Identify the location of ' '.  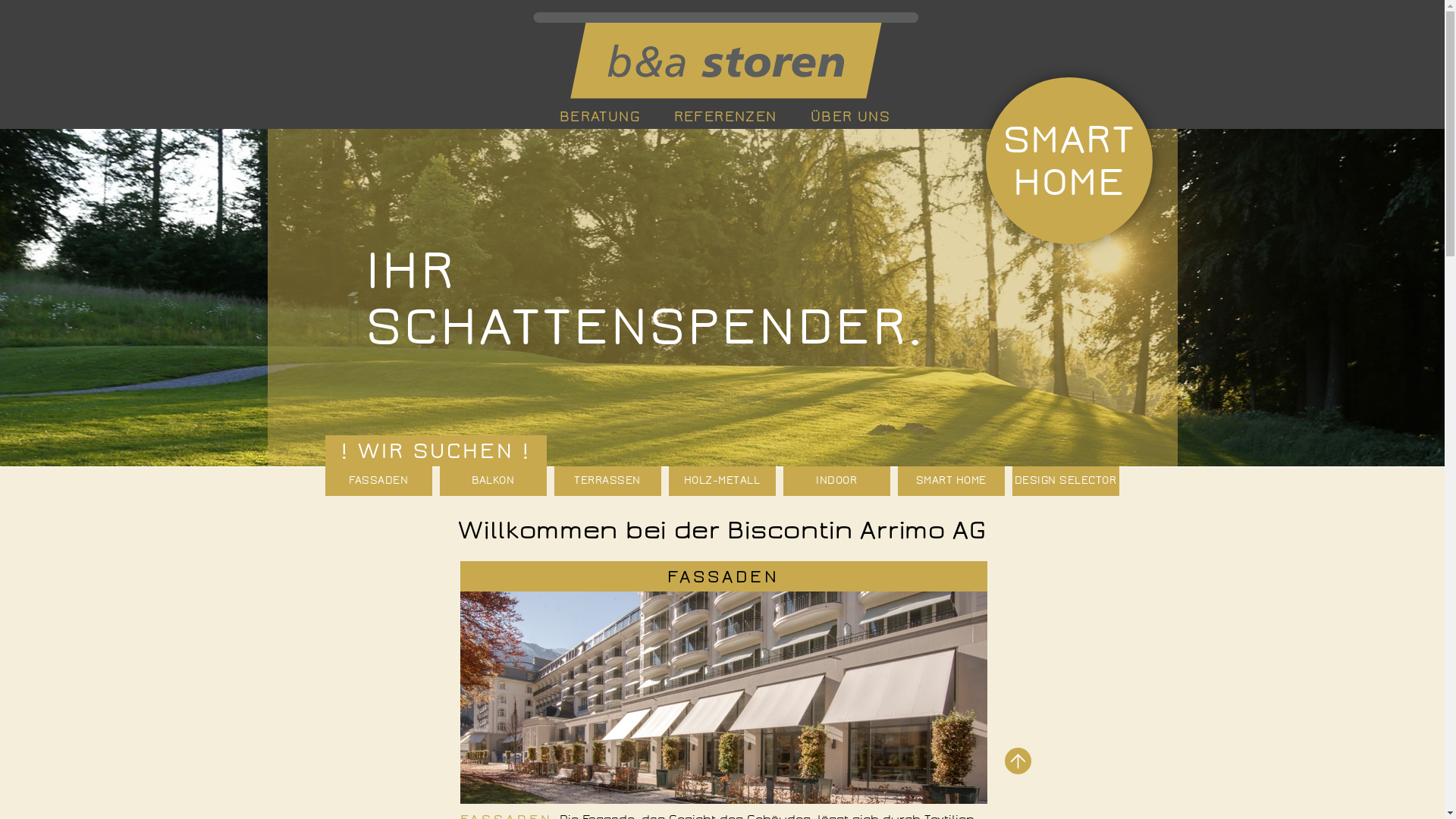
(722, 55).